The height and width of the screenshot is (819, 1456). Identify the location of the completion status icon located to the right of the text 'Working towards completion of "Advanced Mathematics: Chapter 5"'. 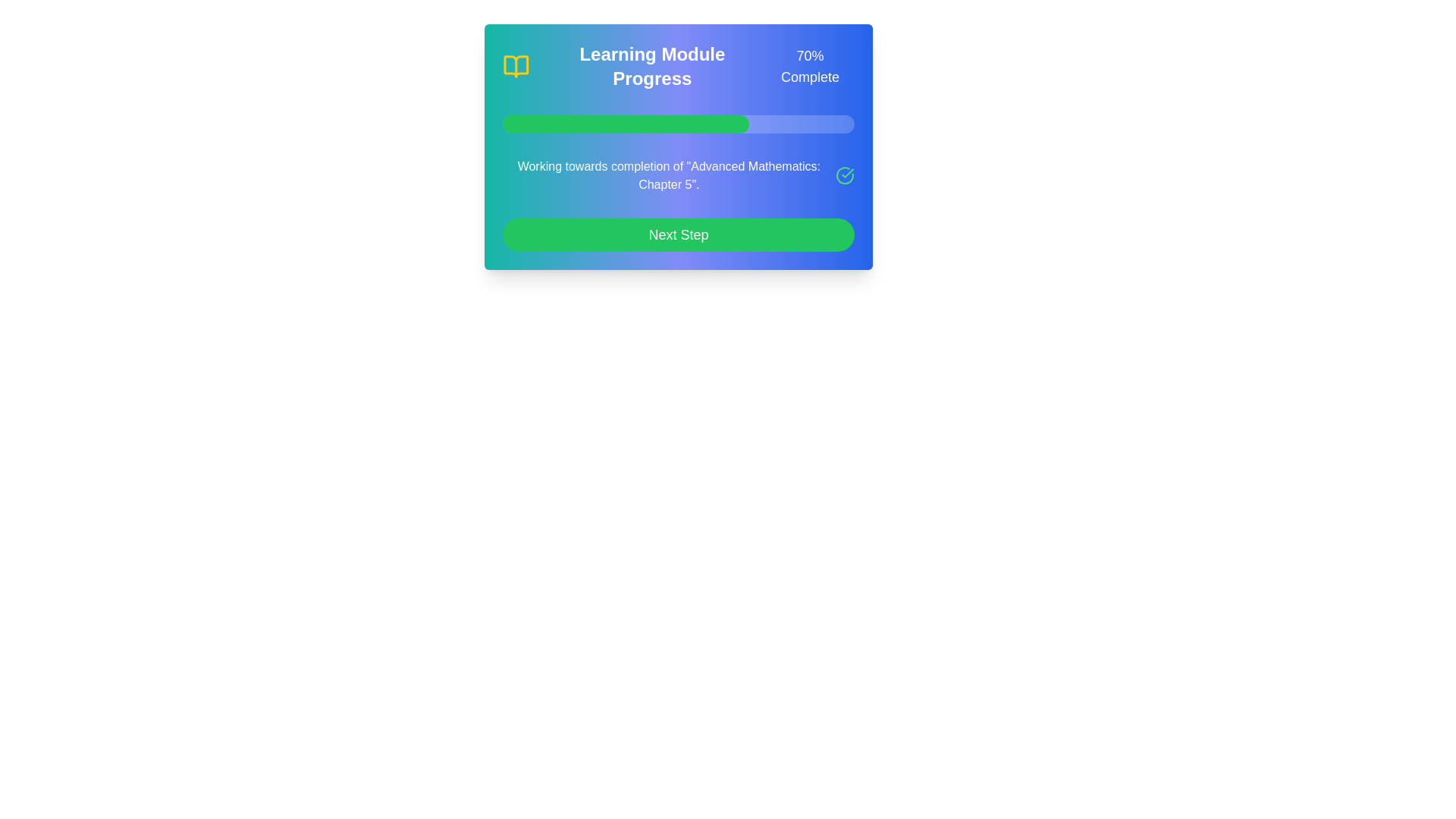
(844, 174).